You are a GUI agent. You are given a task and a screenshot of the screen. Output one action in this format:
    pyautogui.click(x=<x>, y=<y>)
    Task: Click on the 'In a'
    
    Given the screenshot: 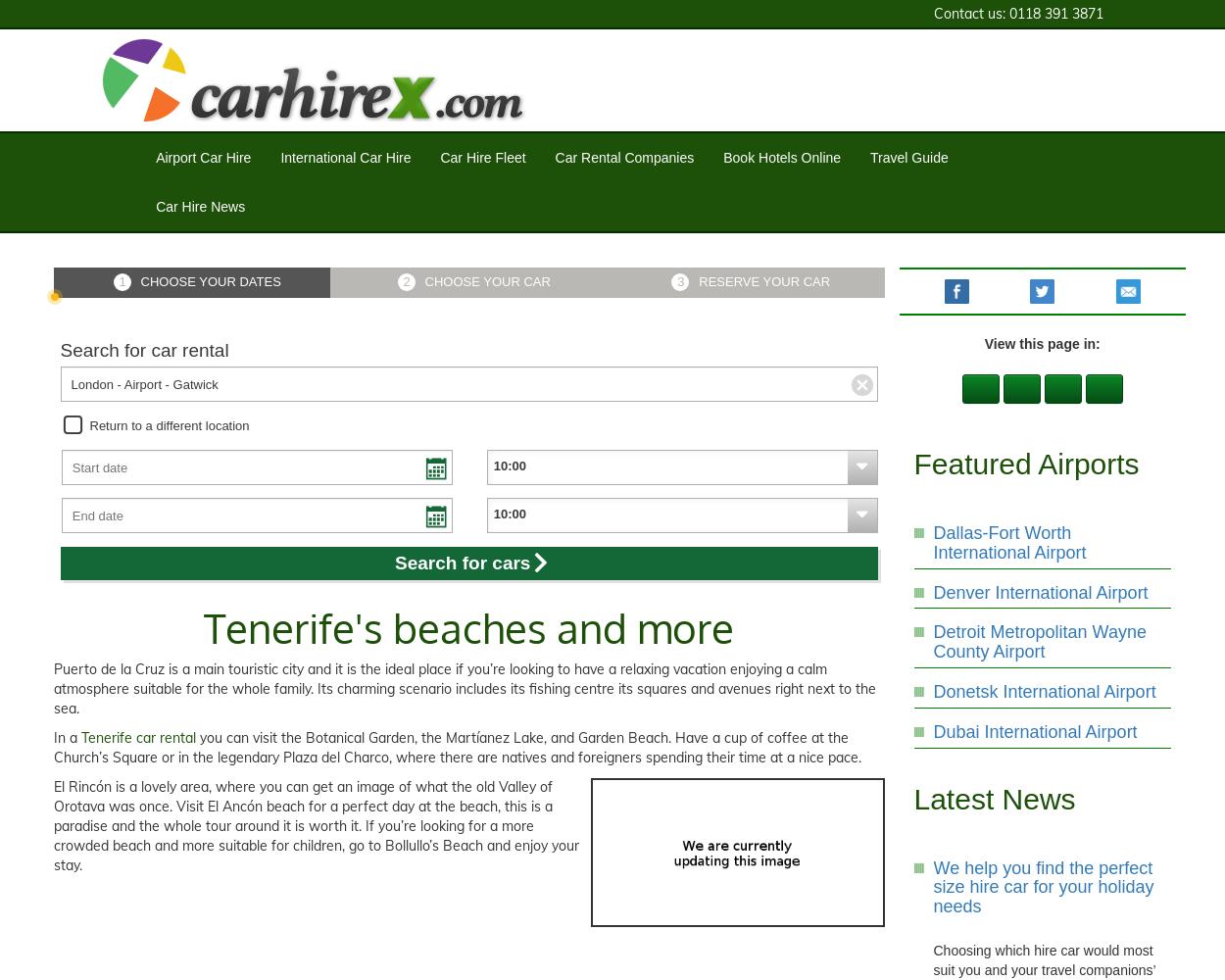 What is the action you would take?
    pyautogui.click(x=67, y=738)
    